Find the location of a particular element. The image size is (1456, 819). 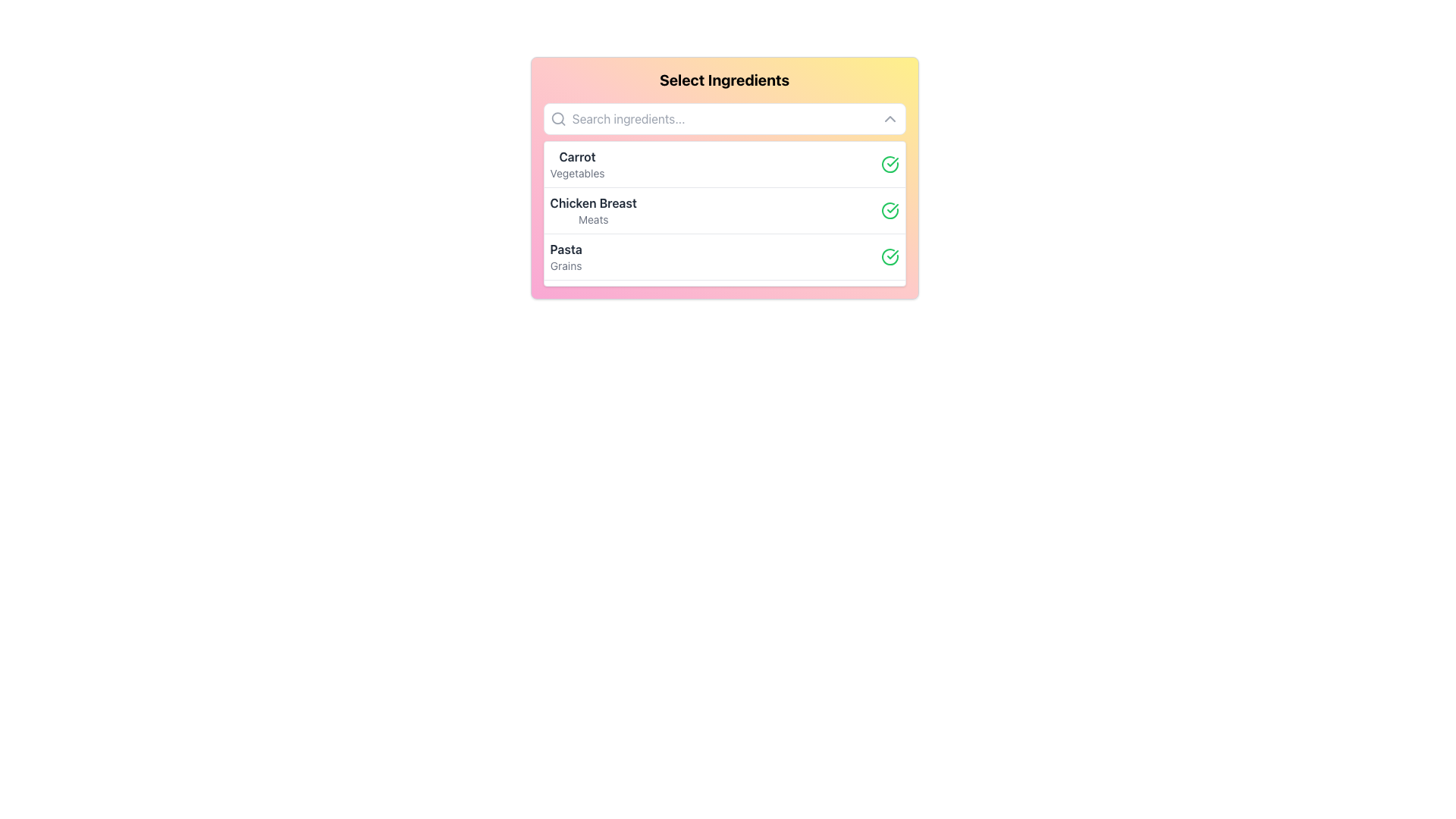

the green circular check mark icon located to the far right of the 'Chicken Breast' list item in the 'Select Ingredients' interface to confirm the selection is located at coordinates (890, 210).